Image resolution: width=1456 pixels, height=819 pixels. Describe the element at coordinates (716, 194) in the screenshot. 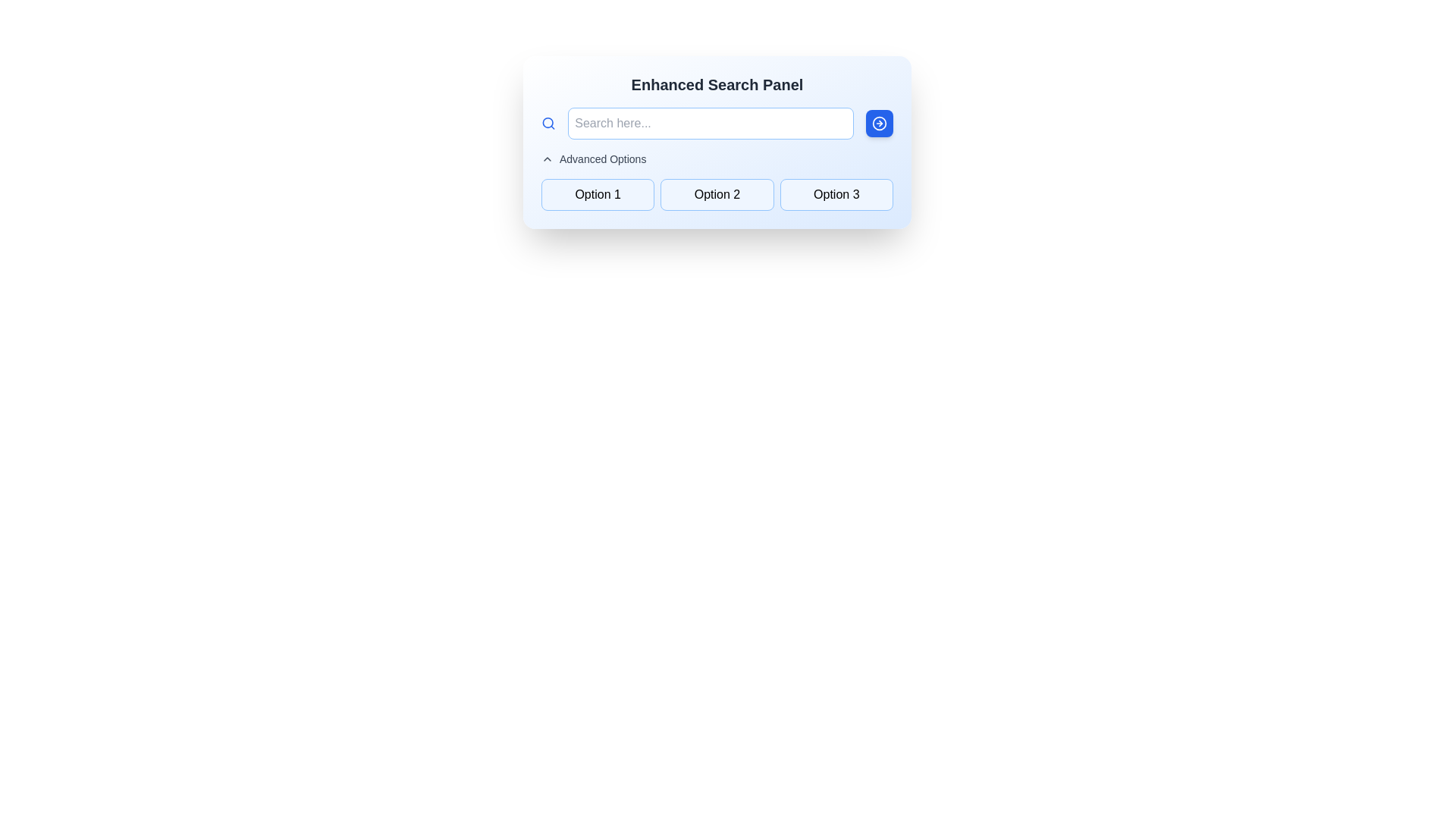

I see `the 'Option 2' button located` at that location.